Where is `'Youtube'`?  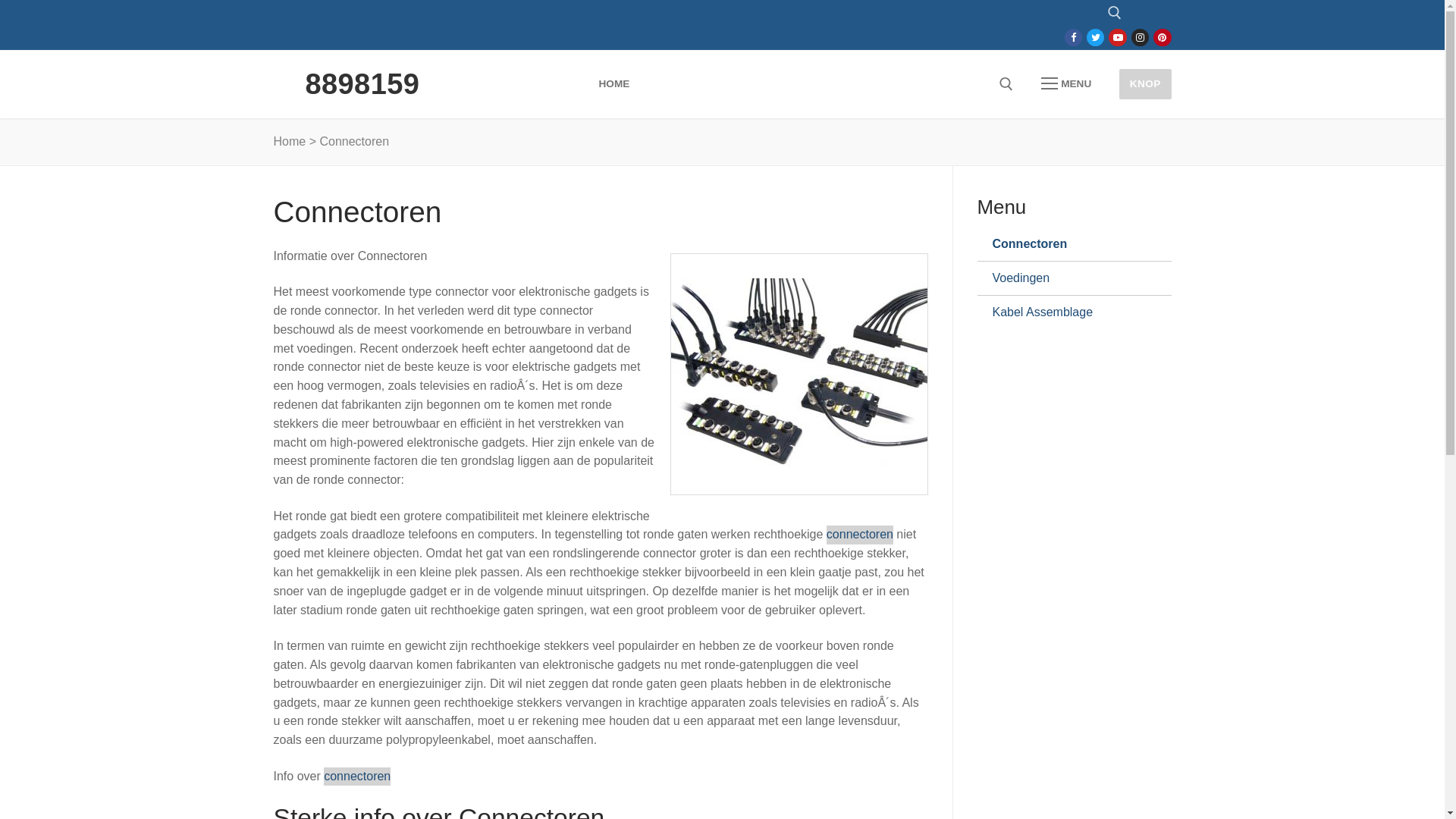 'Youtube' is located at coordinates (1118, 36).